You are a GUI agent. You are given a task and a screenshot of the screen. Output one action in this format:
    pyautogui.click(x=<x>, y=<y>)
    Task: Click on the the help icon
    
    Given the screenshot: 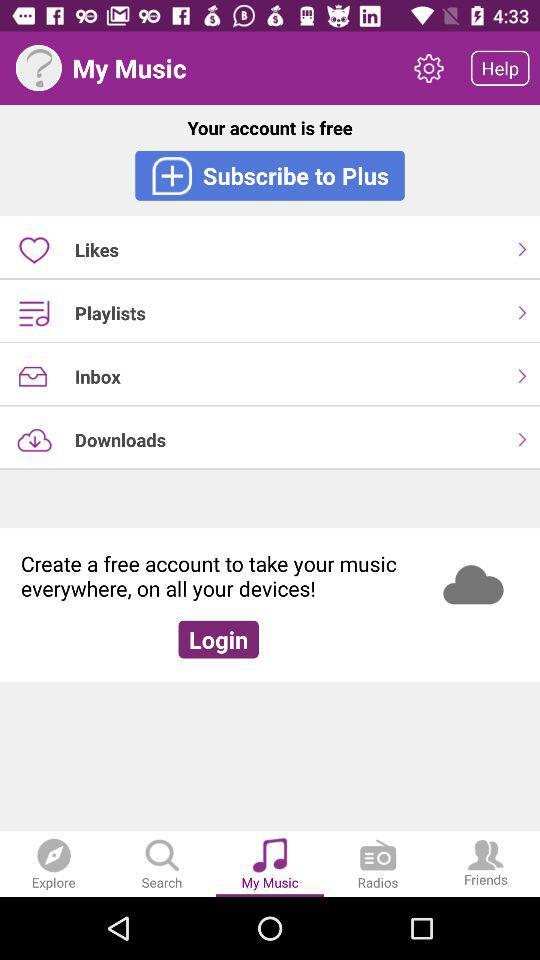 What is the action you would take?
    pyautogui.click(x=38, y=68)
    